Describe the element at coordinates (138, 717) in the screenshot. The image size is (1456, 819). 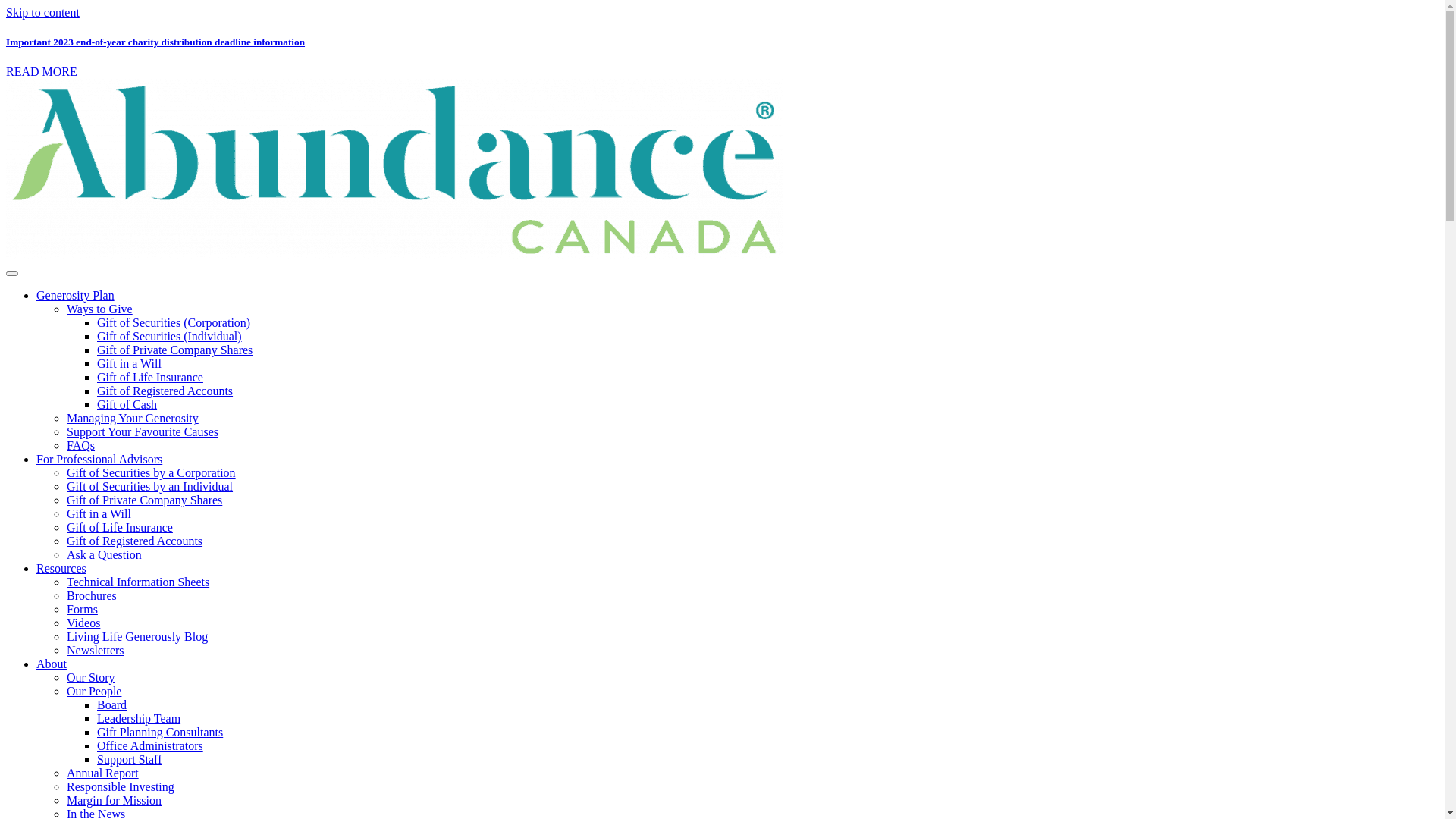
I see `'Leadership Team'` at that location.